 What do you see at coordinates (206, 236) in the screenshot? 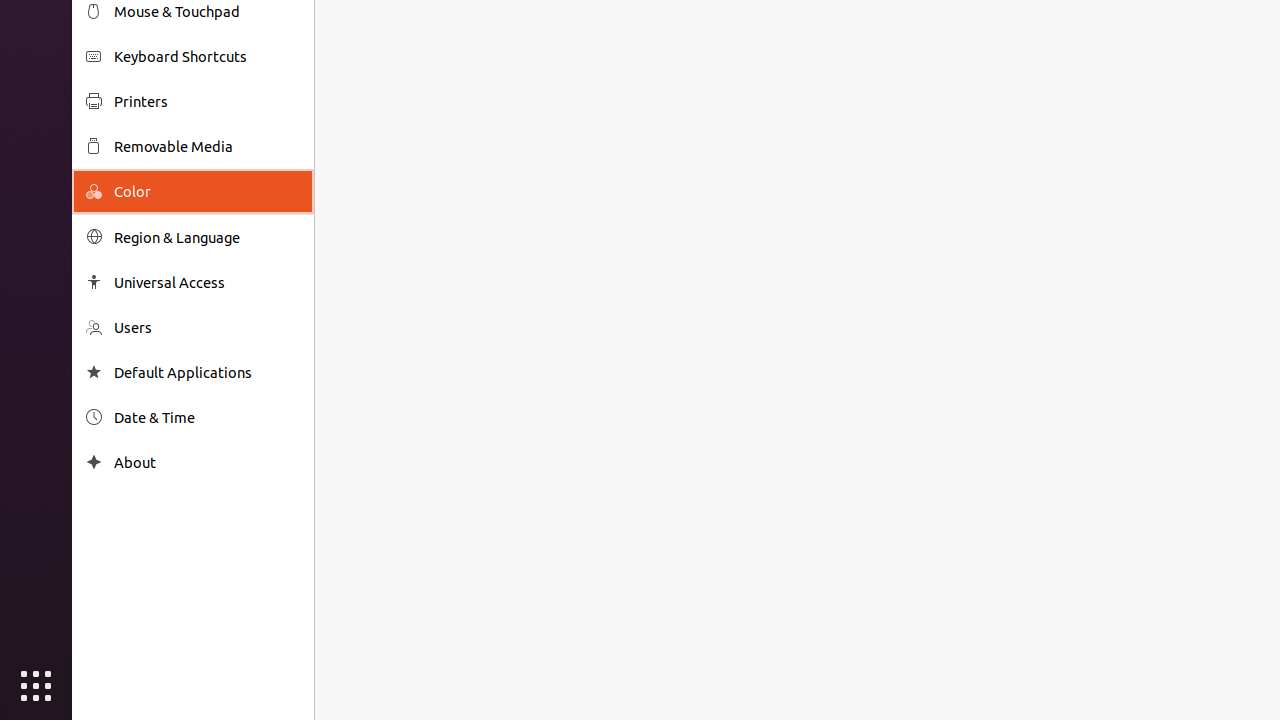
I see `'Region & Language'` at bounding box center [206, 236].